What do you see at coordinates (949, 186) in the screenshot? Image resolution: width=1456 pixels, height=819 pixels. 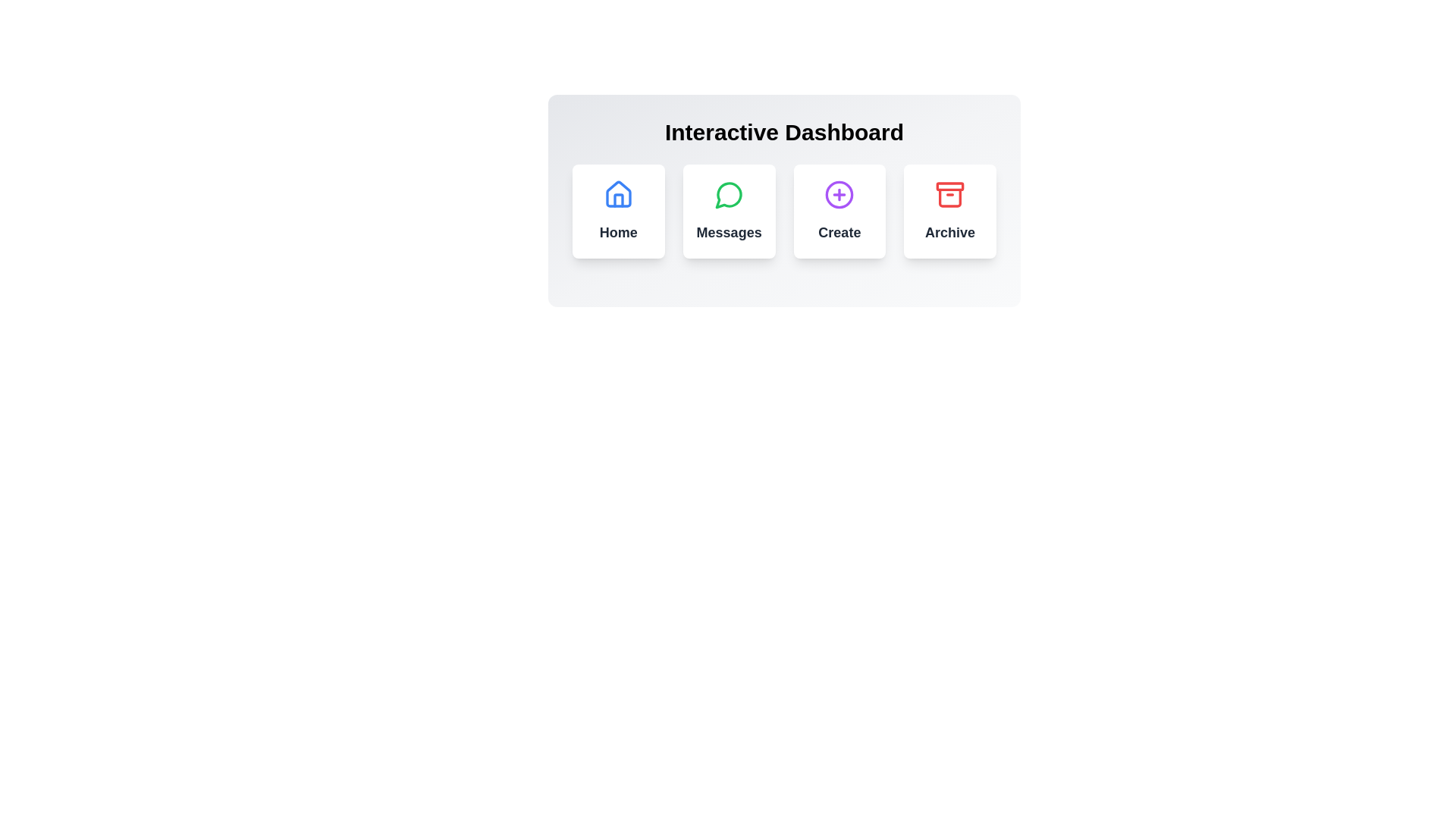 I see `the uppermost rectangle styled as a bar within the SVG graphic of the archive box, located in the fourth card labeled 'Archive' in the Interactive Dashboard` at bounding box center [949, 186].